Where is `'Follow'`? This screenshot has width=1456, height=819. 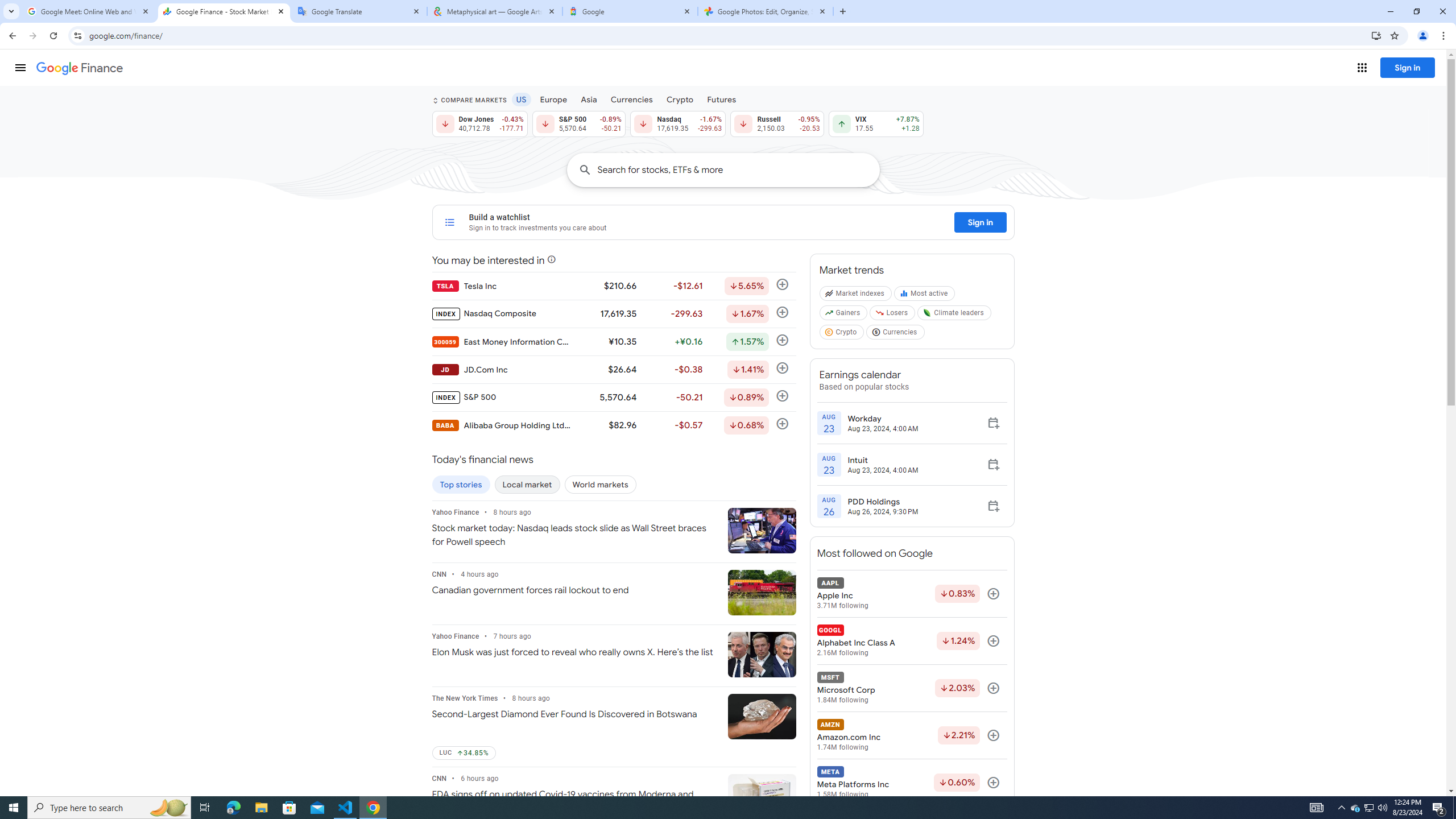 'Follow' is located at coordinates (993, 783).